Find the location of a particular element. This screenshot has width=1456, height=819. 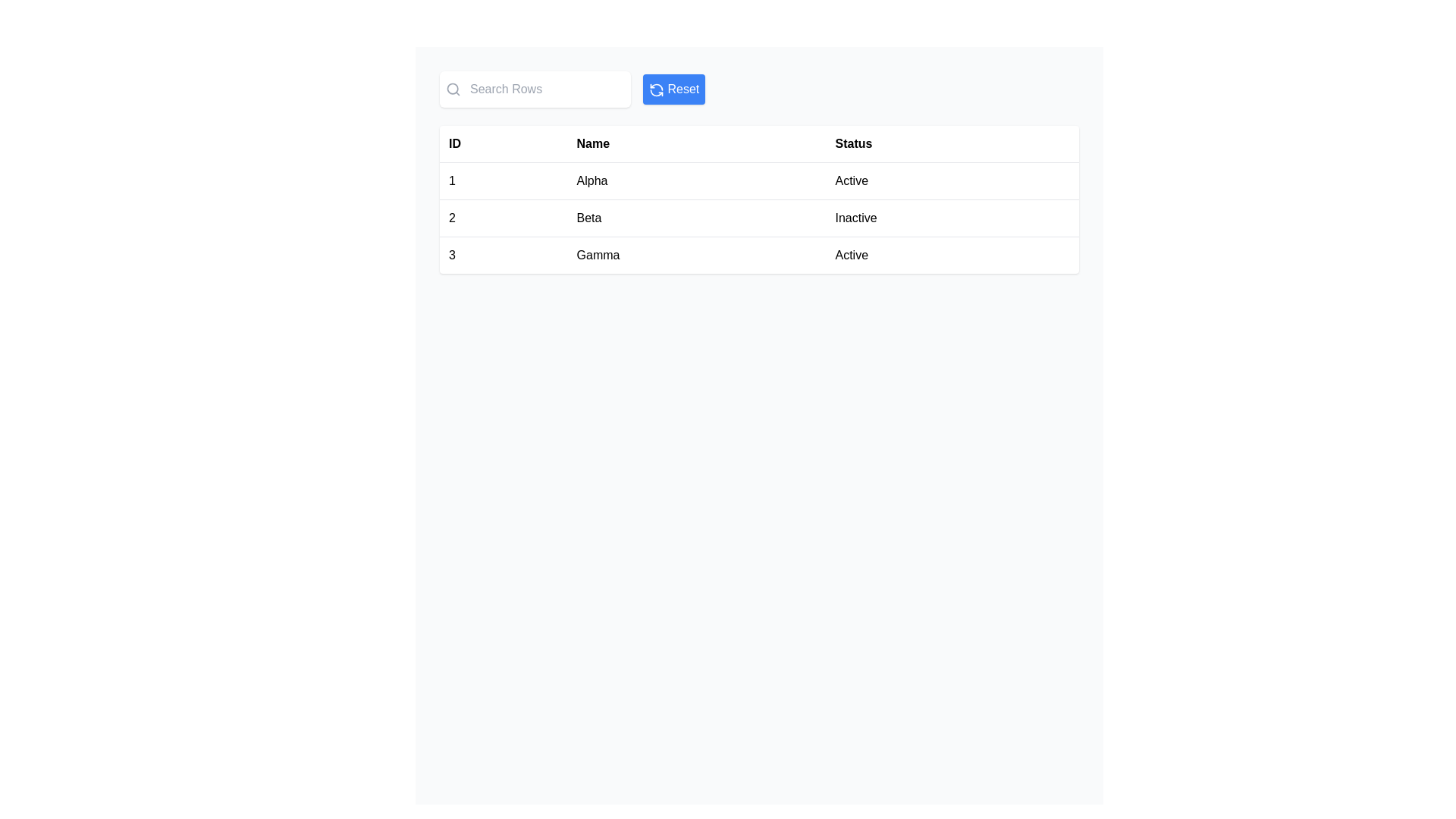

the third row in the table representing the entry for '3', 'Gamma', with status 'Active' is located at coordinates (759, 254).